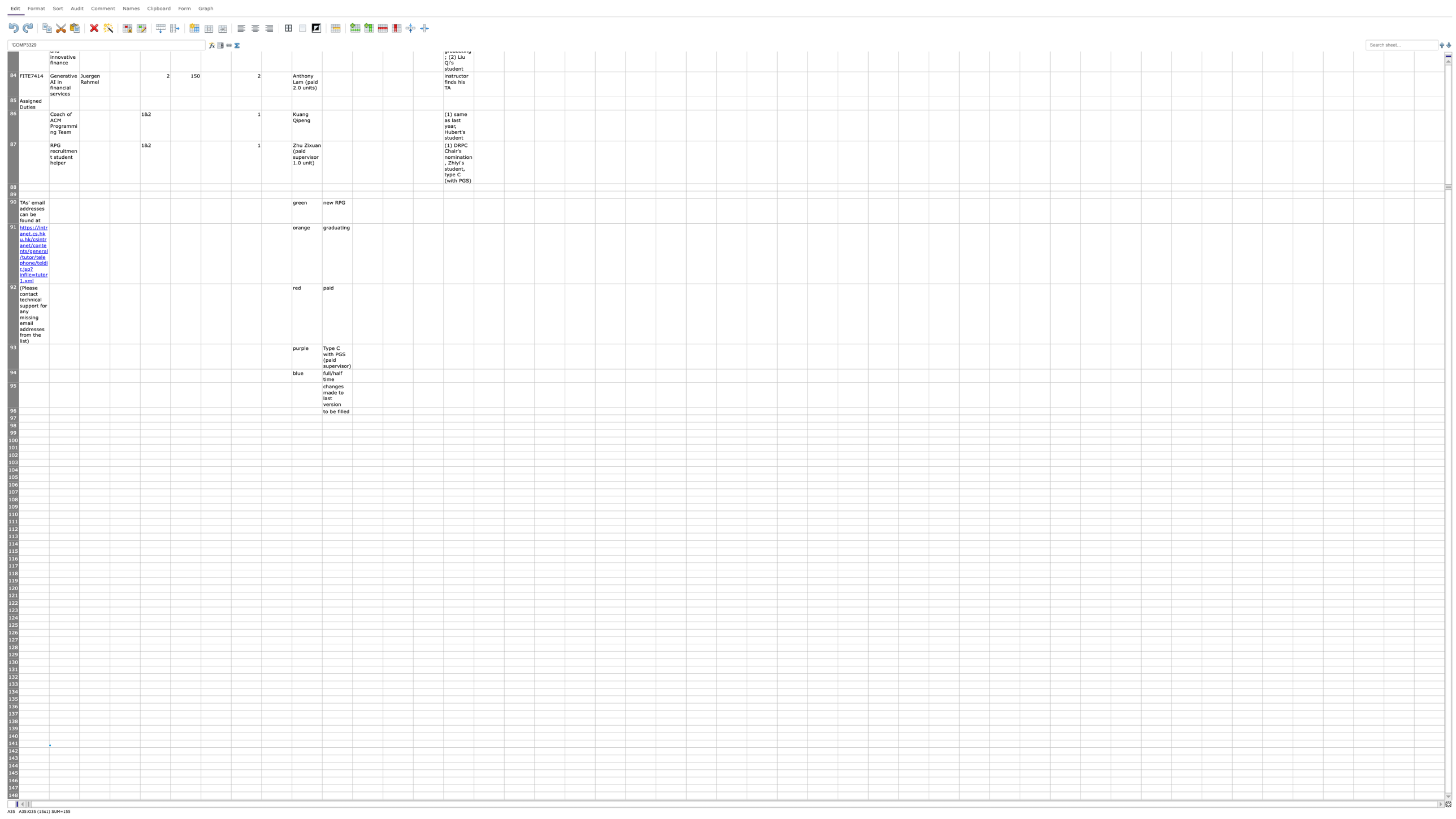 The image size is (1456, 819). I want to click on row 138's height resize handle, so click(13, 724).